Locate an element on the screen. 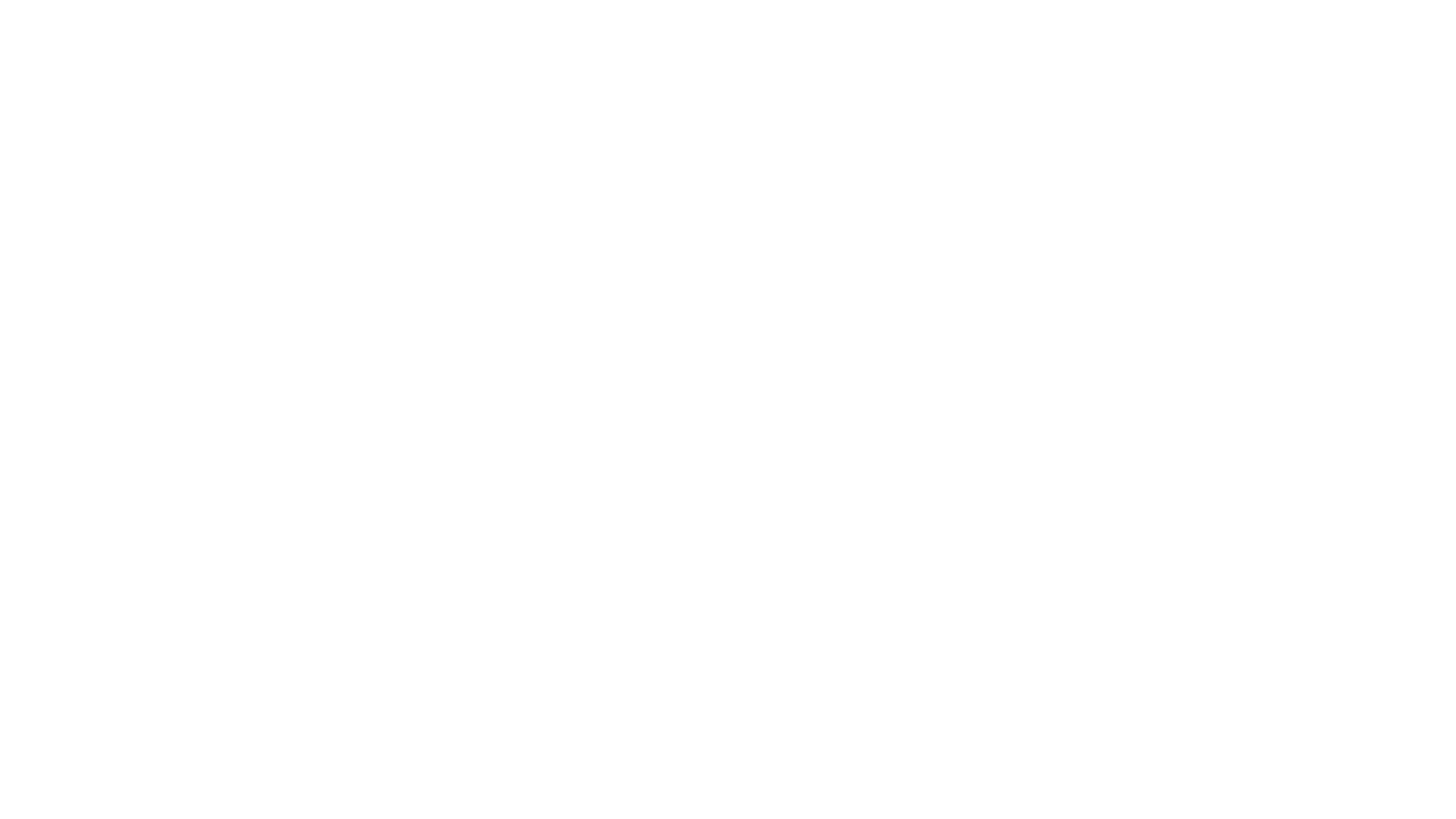 This screenshot has height=819, width=1456. See more is located at coordinates (866, 558).